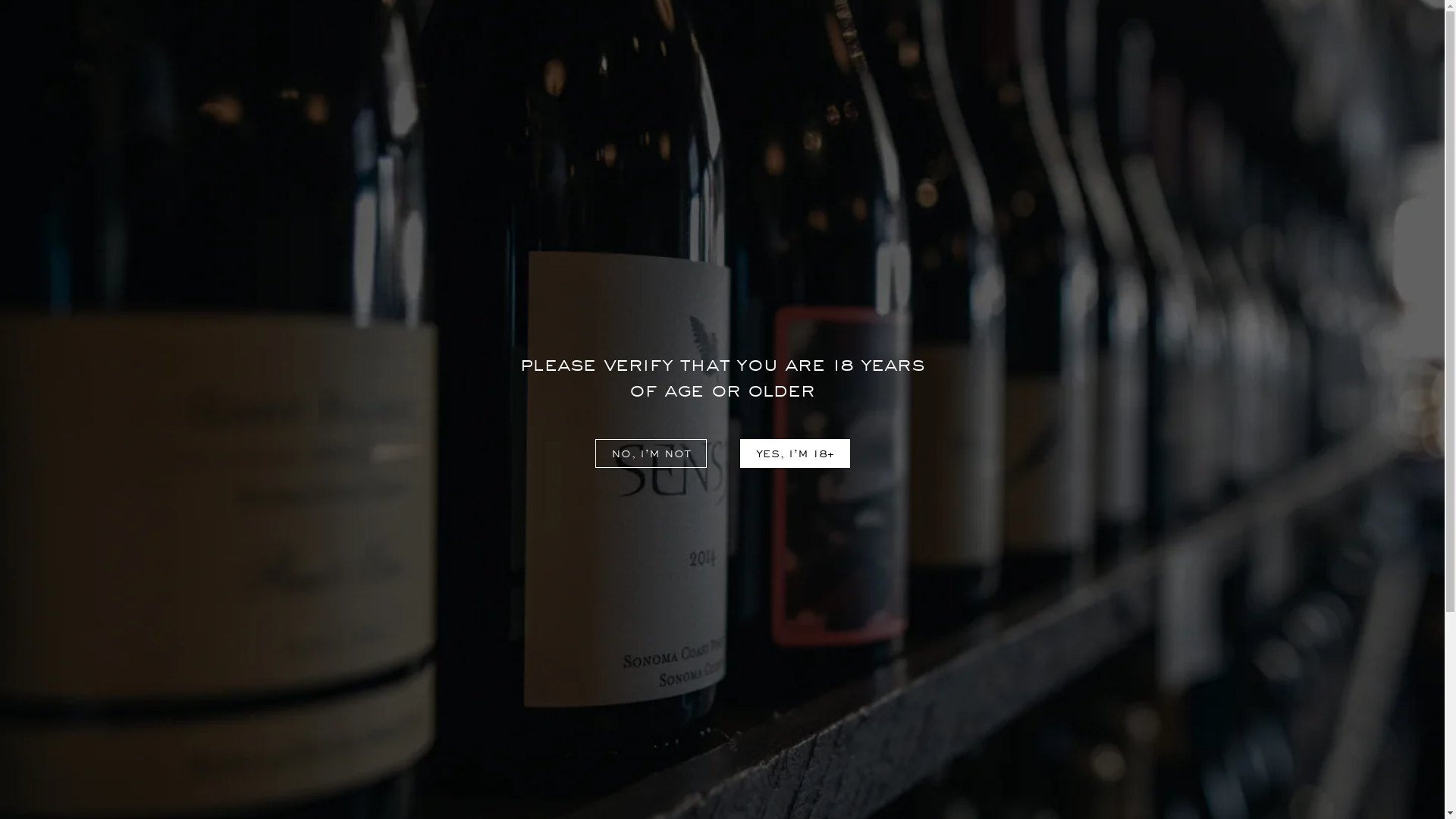  I want to click on 'Books', so click(1002, 87).